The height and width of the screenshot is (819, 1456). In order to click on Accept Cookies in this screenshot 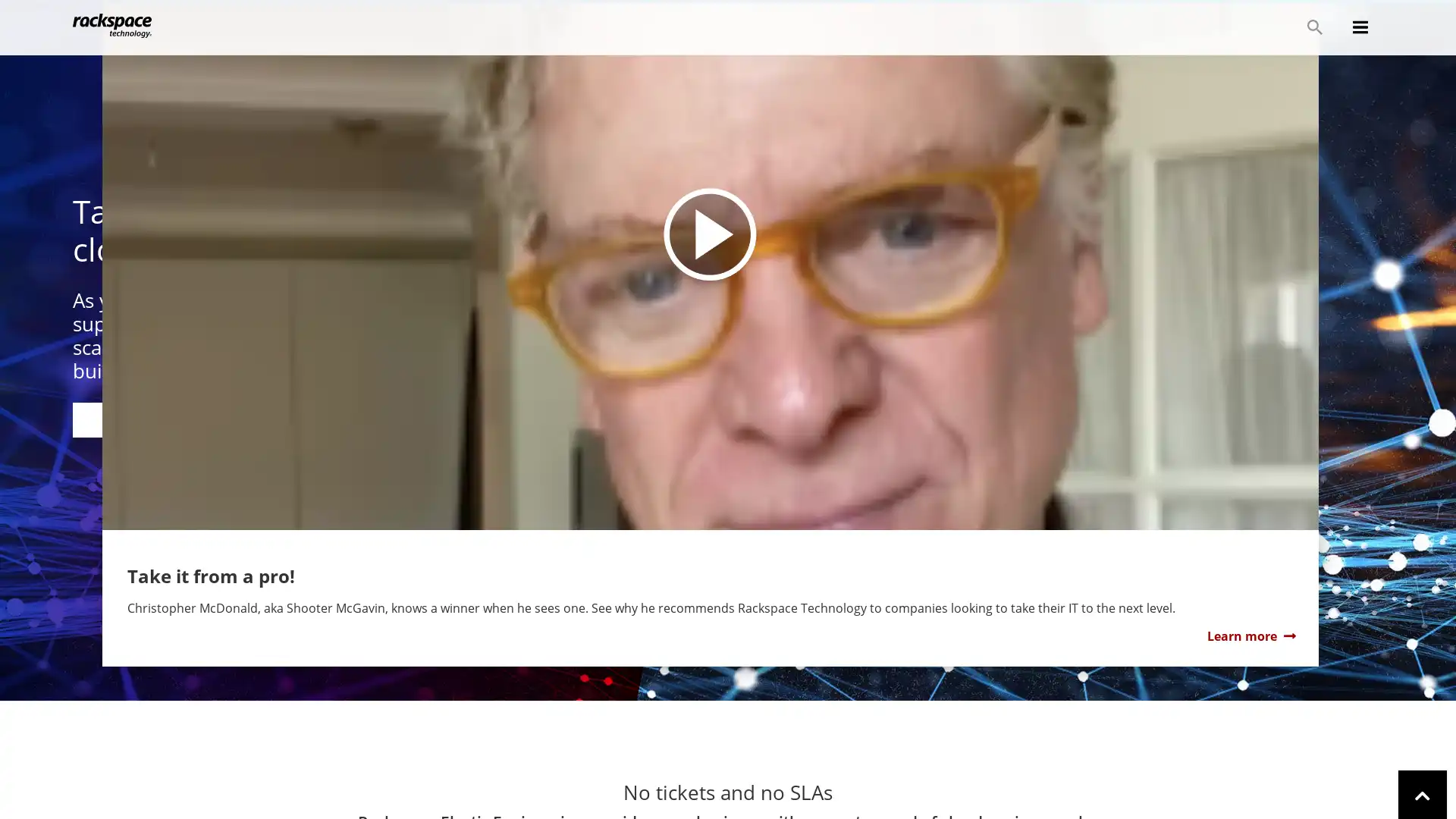, I will do `click(1210, 786)`.